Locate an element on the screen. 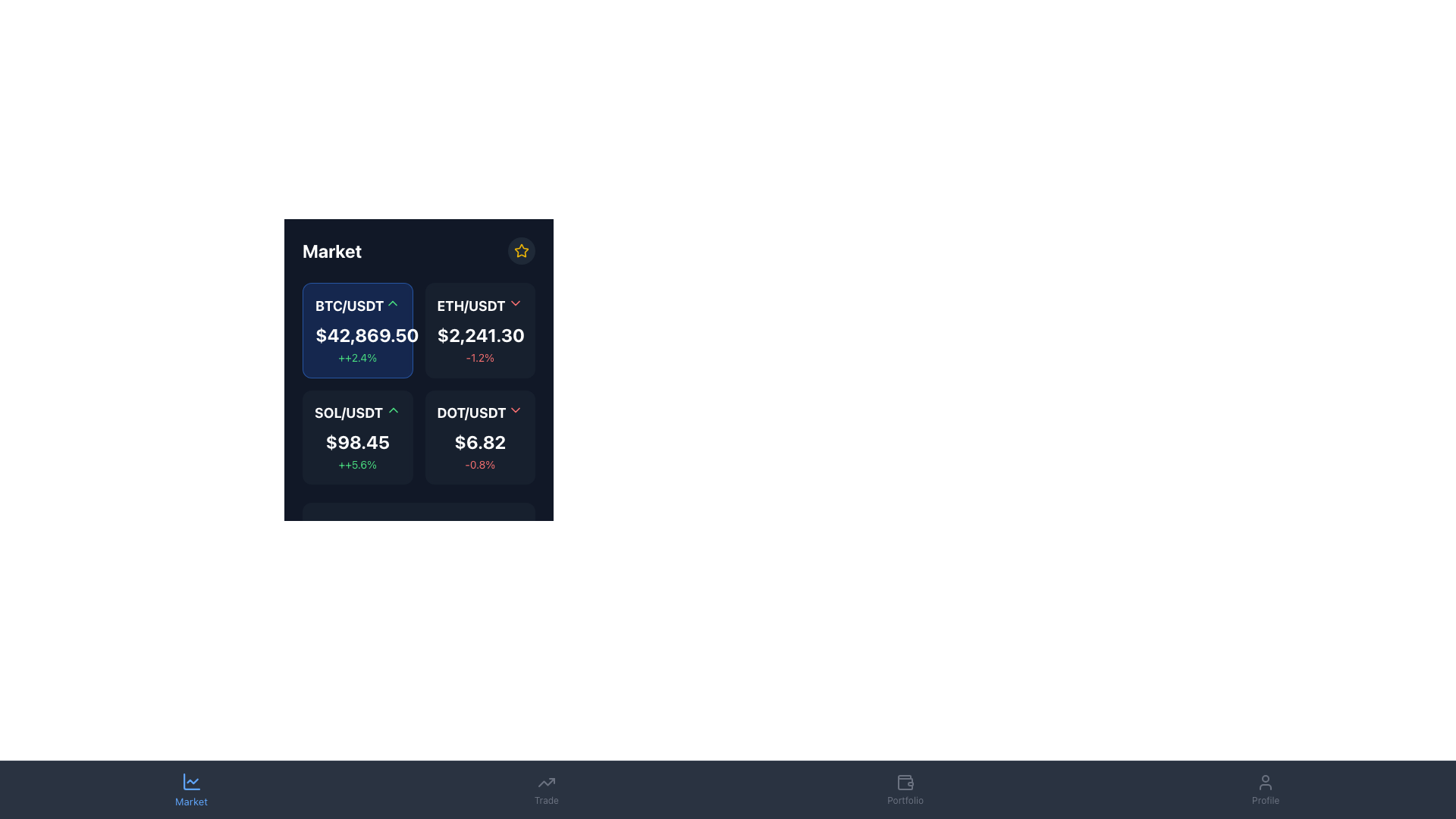  the downward-pointing chevron arrow icon beside the 'DOT/USDT' label is located at coordinates (516, 409).